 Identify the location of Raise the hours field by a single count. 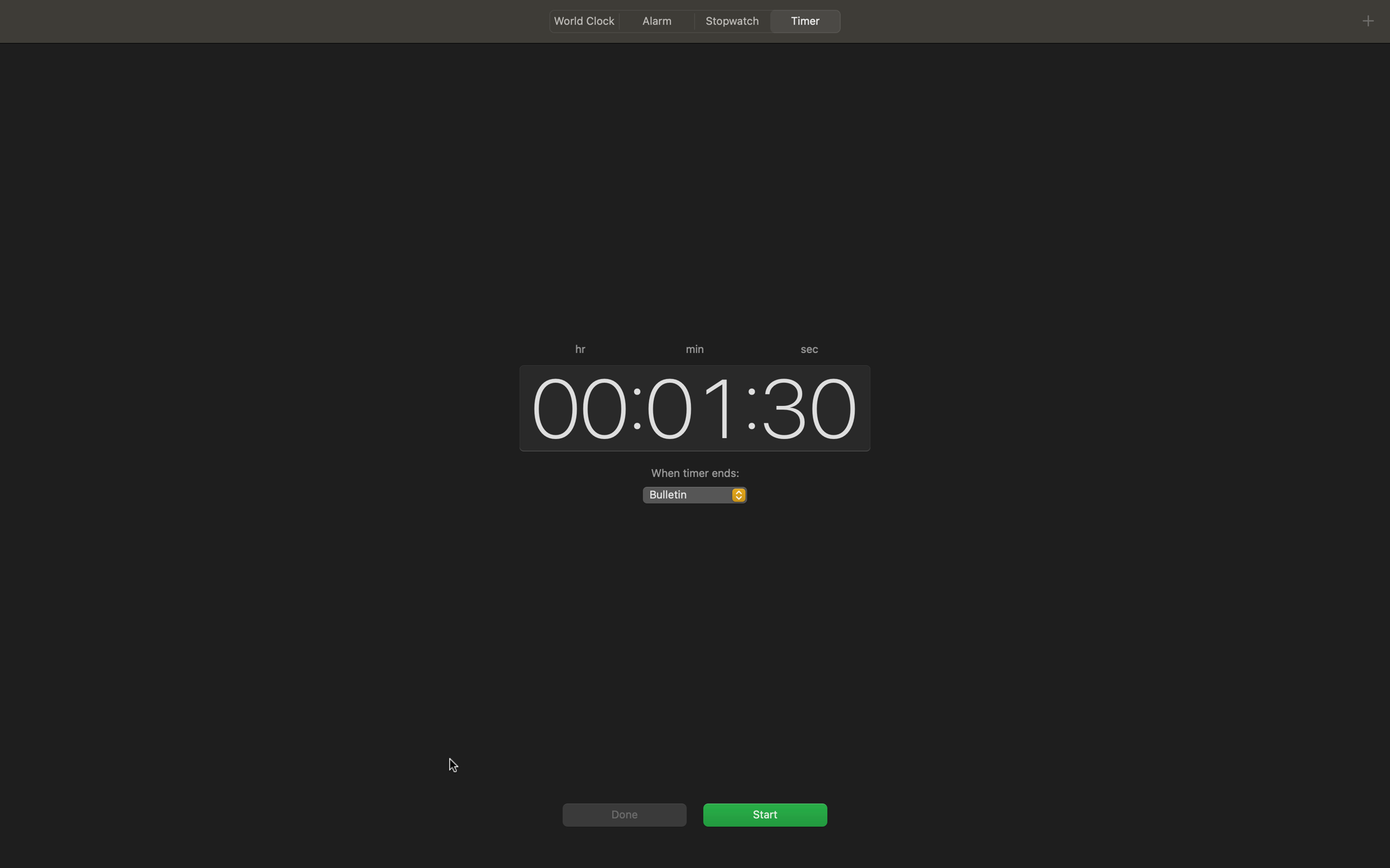
(574, 406).